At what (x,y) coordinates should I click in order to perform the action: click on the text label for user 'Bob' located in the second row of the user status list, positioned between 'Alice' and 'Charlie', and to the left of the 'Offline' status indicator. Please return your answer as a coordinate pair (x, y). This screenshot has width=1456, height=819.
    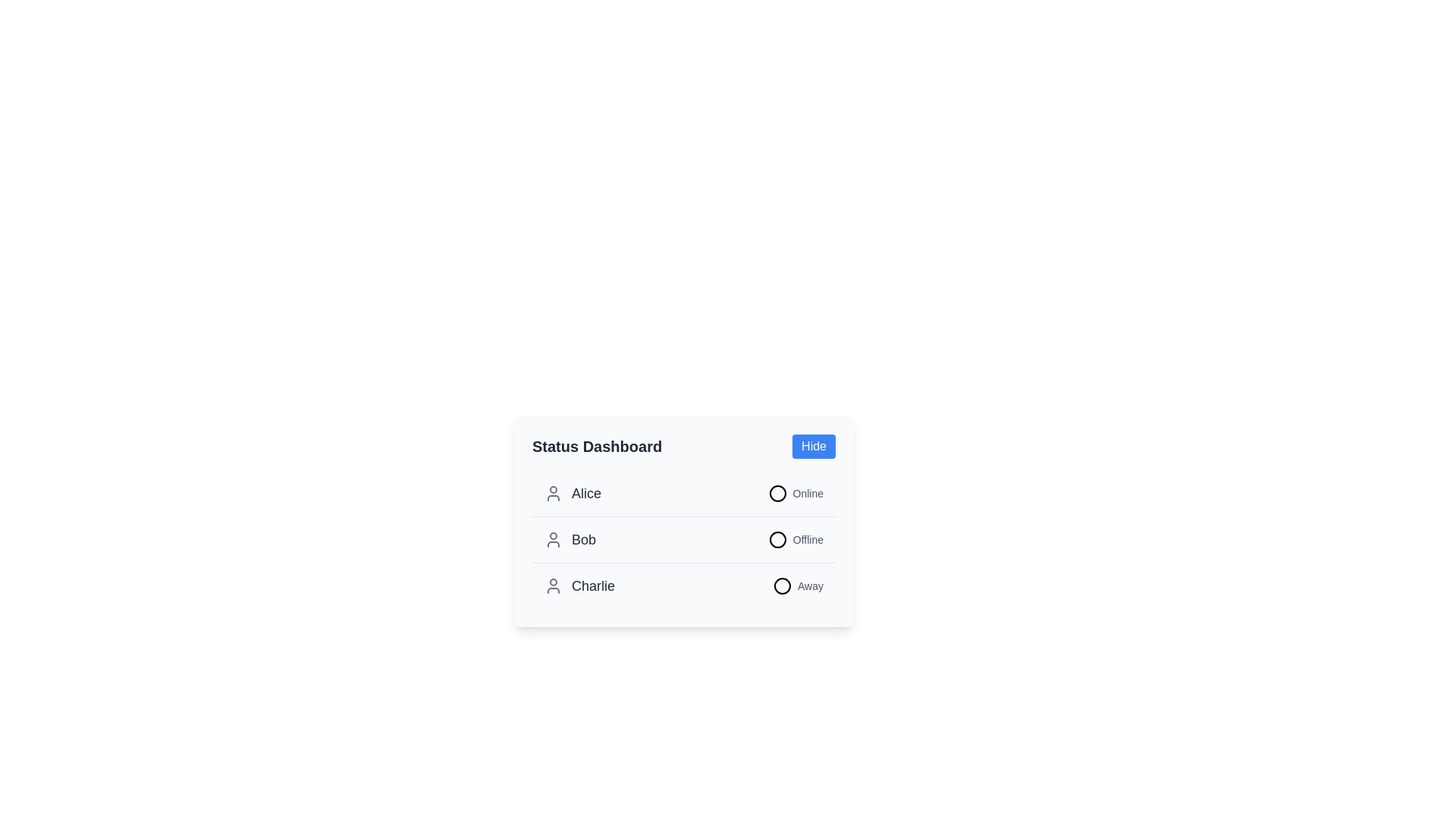
    Looking at the image, I should click on (570, 539).